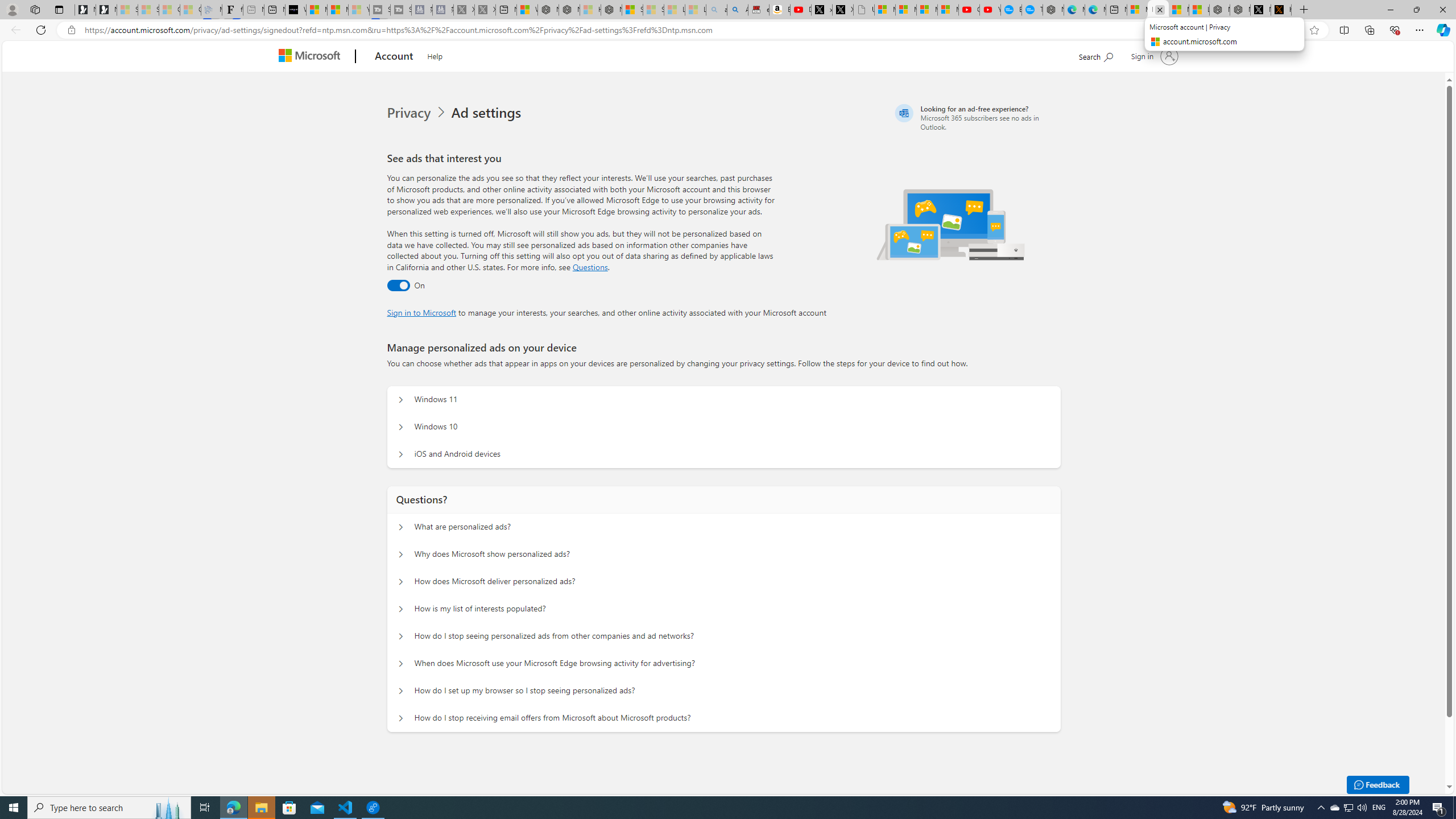 This screenshot has height=819, width=1456. I want to click on 'Questions? Why does Microsoft show personalized ads?', so click(401, 553).